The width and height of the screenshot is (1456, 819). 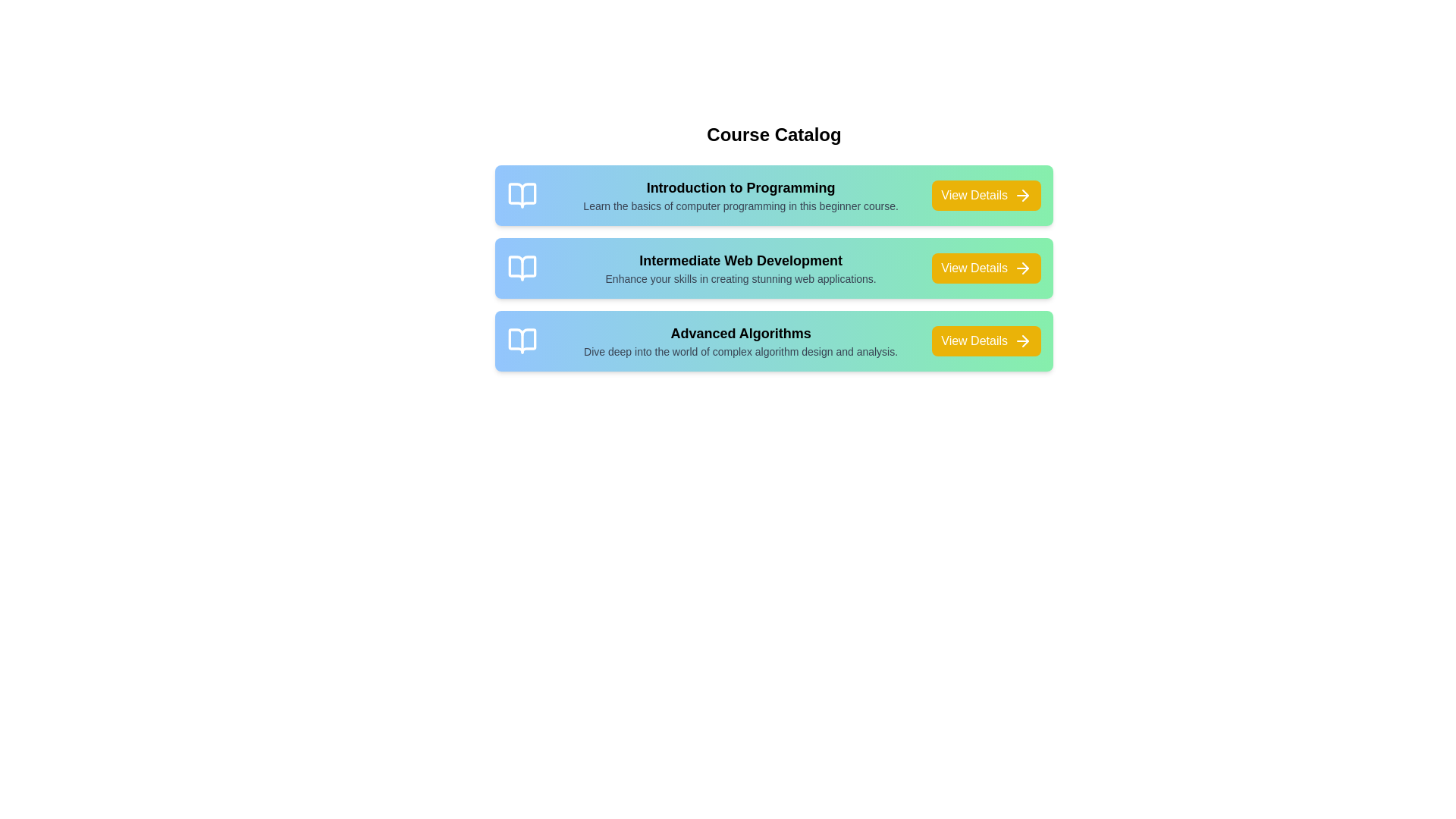 I want to click on the 'View Details' button for the course titled 'Introduction to Programming', so click(x=987, y=195).